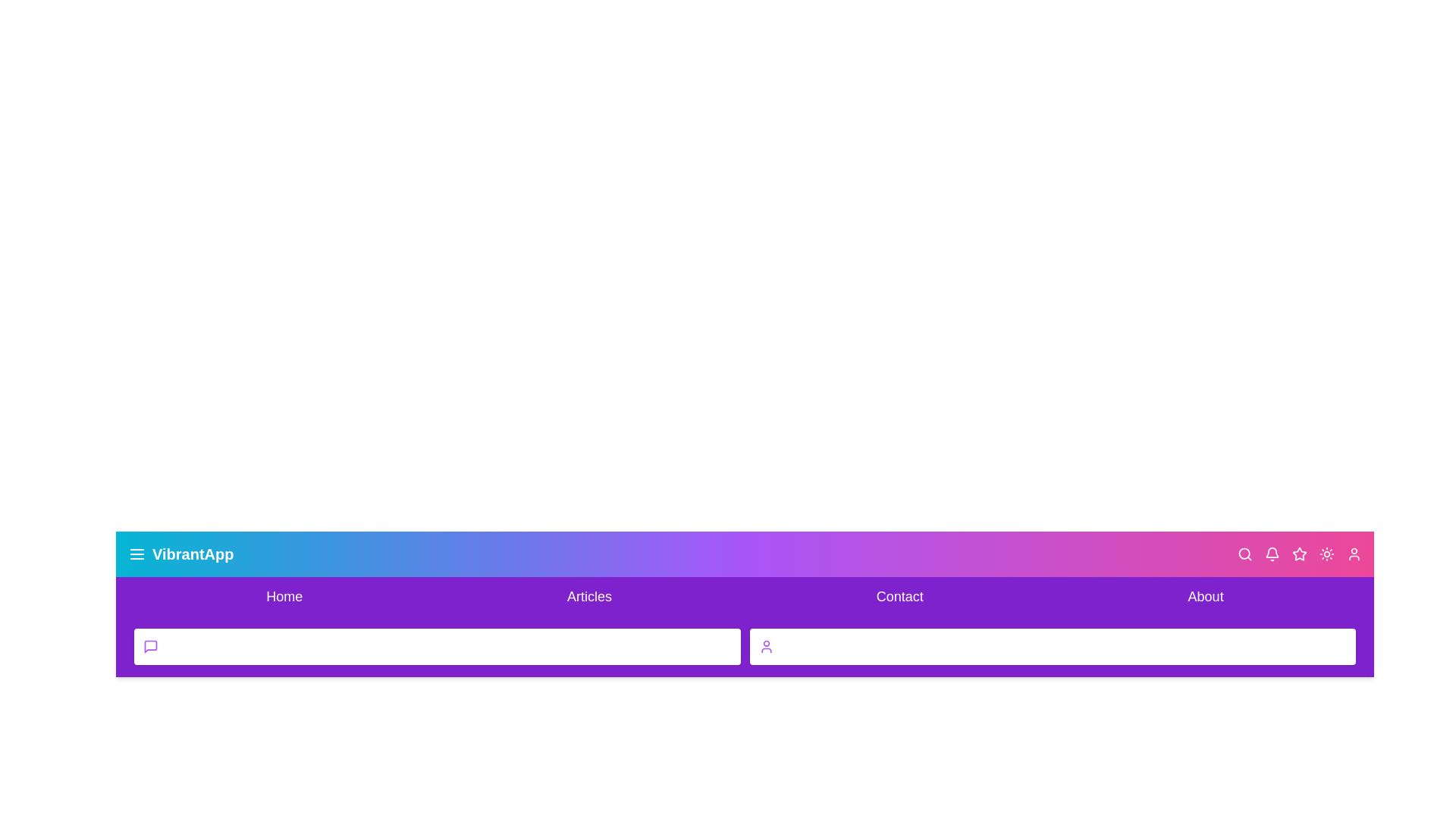 This screenshot has width=1456, height=819. Describe the element at coordinates (1298, 554) in the screenshot. I see `the star icon to mark items as favorites` at that location.